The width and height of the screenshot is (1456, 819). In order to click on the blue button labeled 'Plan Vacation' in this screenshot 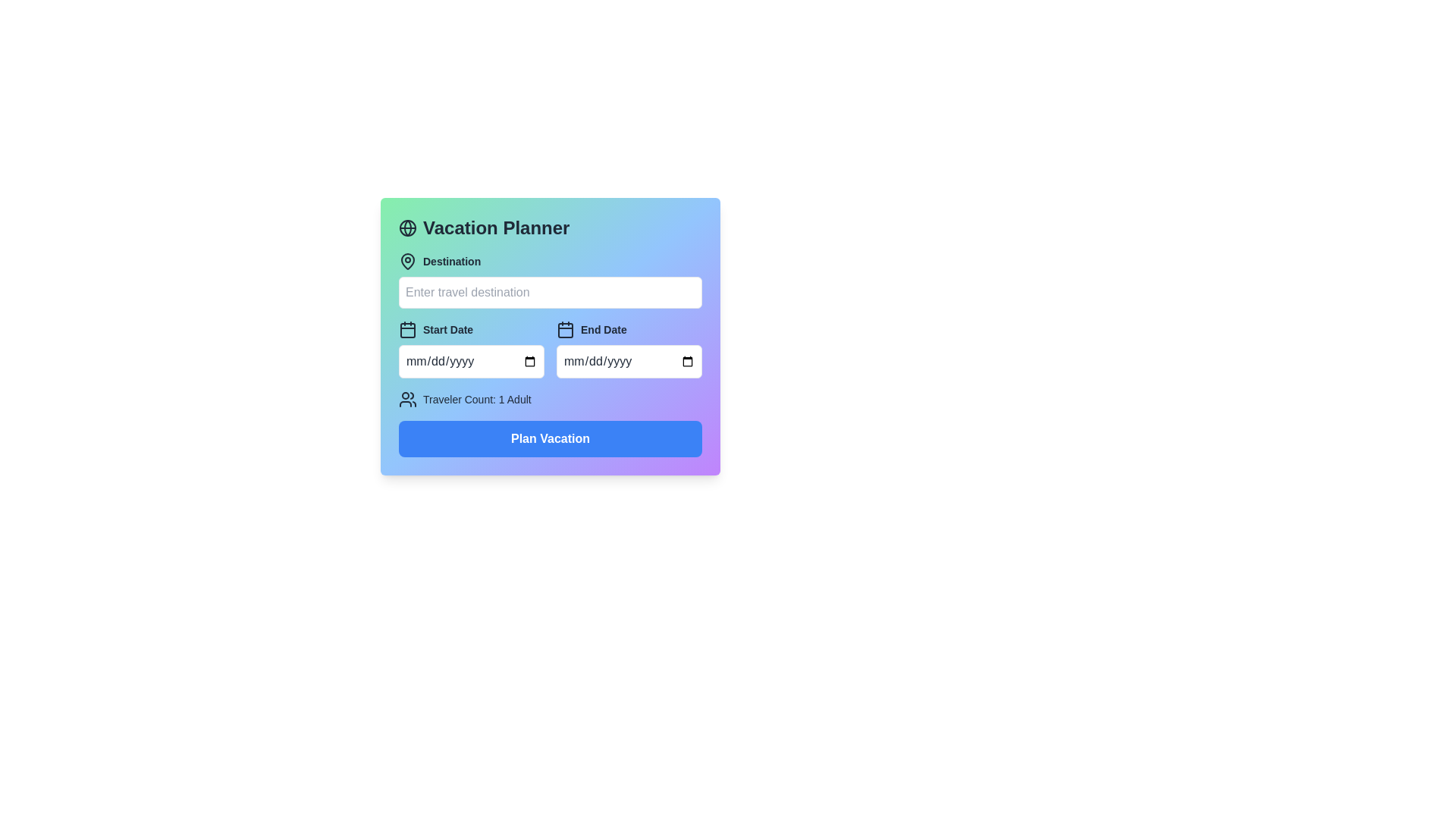, I will do `click(549, 438)`.